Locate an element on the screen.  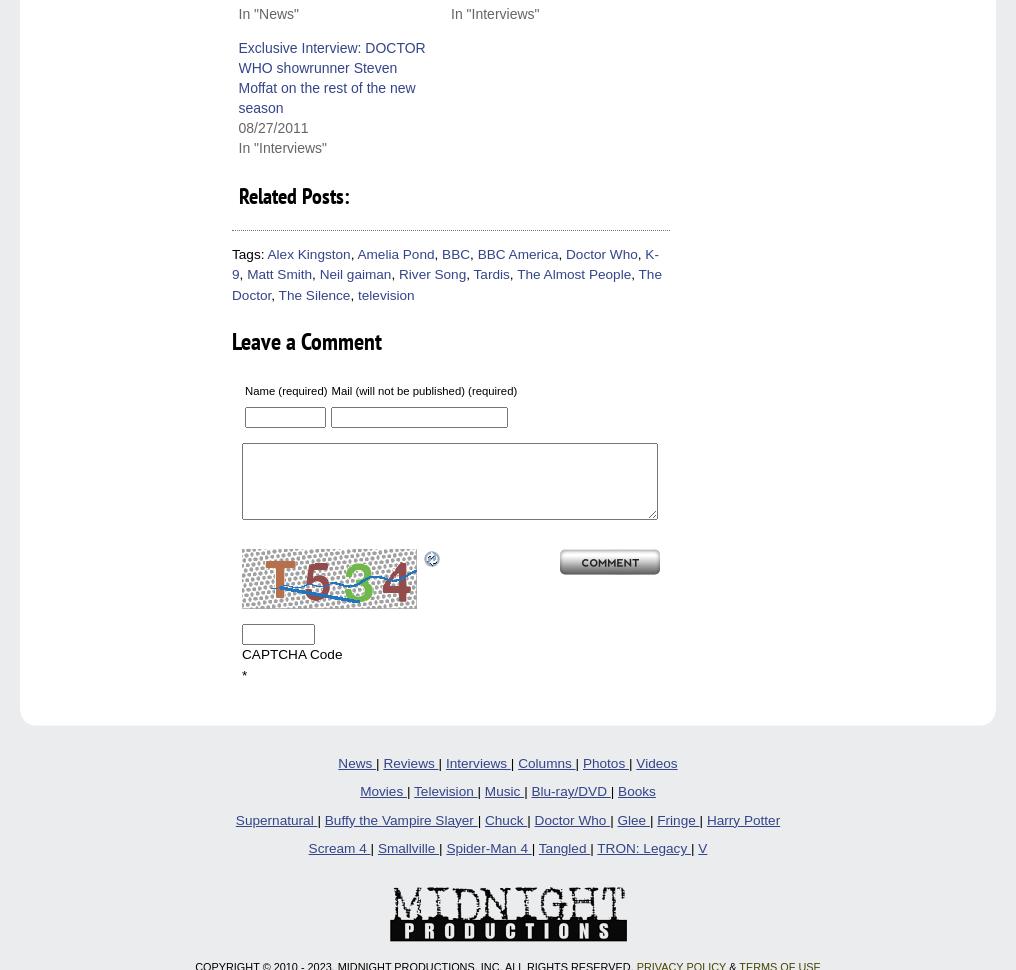
'Related Posts:' is located at coordinates (292, 194).